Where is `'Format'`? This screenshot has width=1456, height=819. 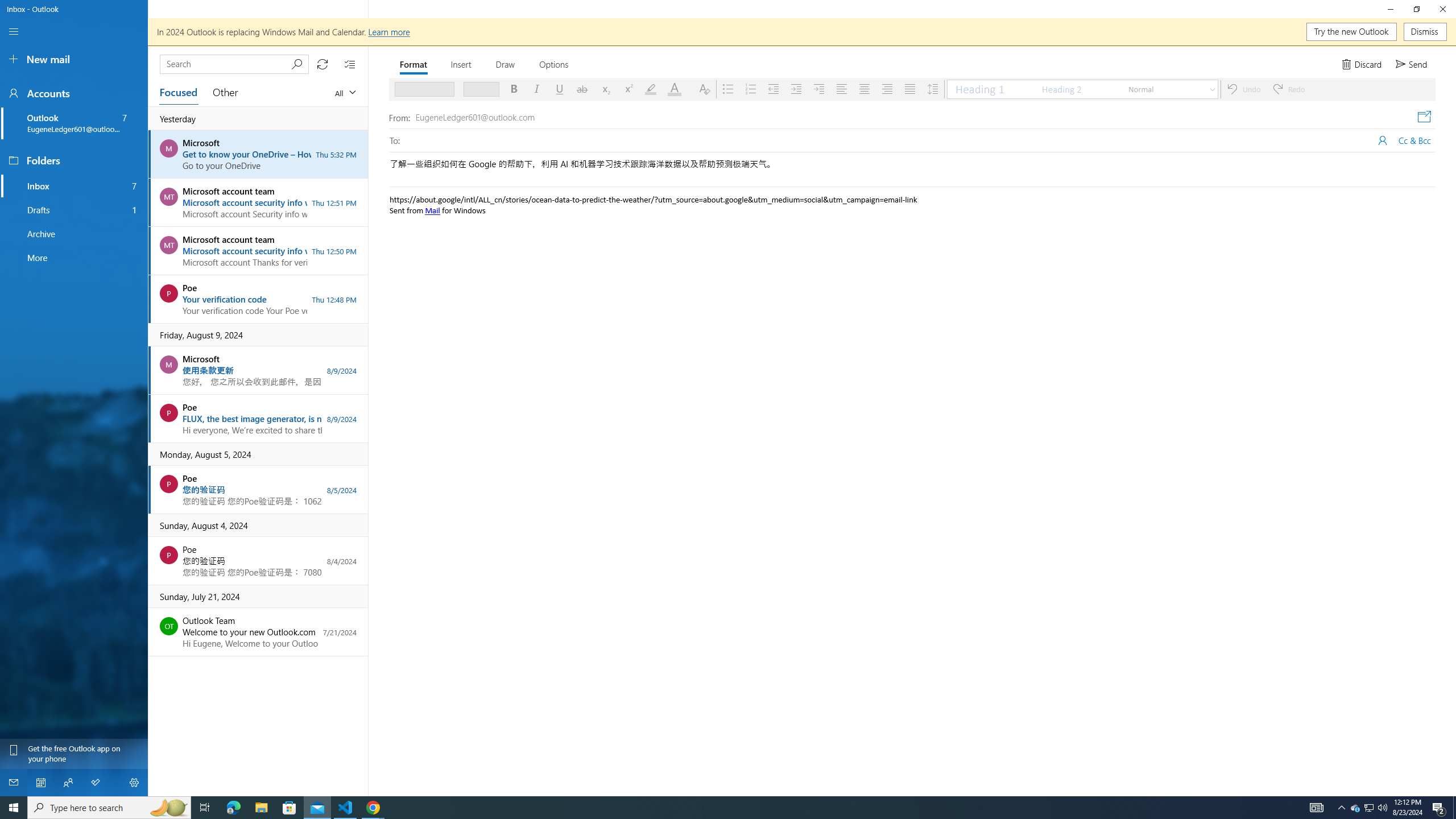 'Format' is located at coordinates (413, 64).